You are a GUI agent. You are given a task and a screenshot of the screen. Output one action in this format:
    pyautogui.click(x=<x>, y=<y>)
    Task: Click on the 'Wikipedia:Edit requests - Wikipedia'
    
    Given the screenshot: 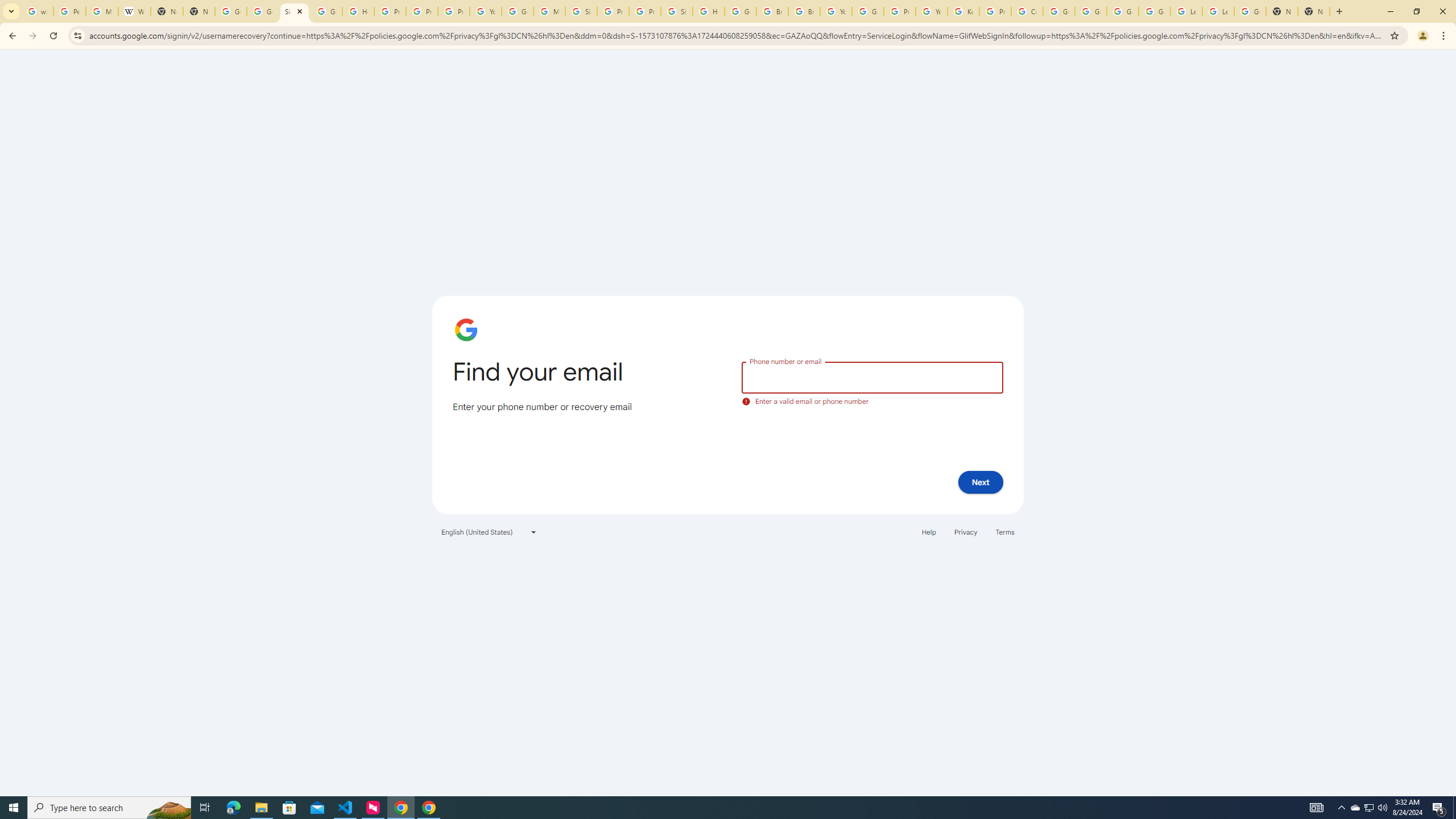 What is the action you would take?
    pyautogui.click(x=134, y=11)
    